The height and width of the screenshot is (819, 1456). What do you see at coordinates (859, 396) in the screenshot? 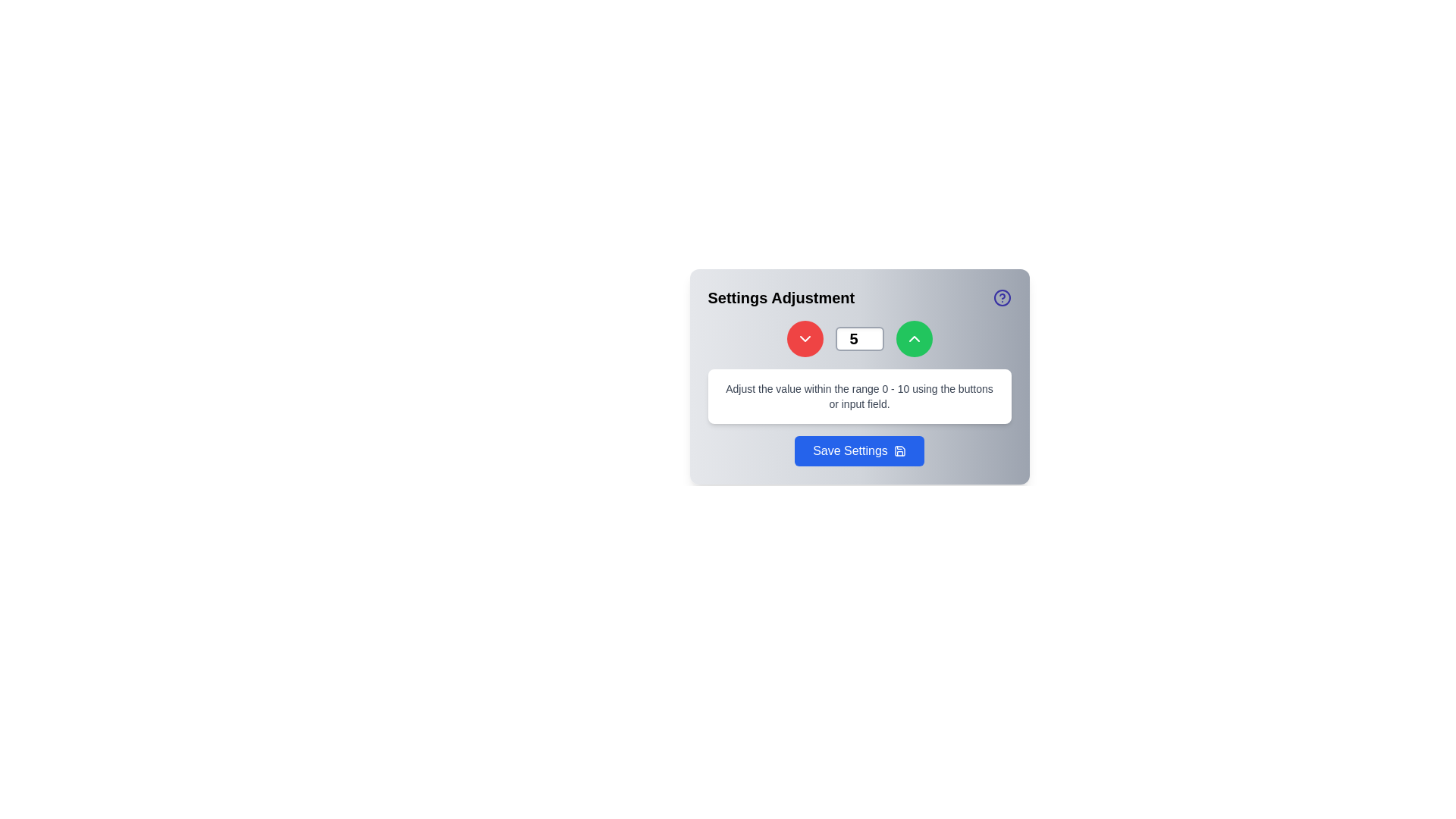
I see `the text block that reads, 'Adjust the value within the range 0 - 10 using the buttons or input field.' which is centered below the interactive components and above the 'Save Settings' button` at bounding box center [859, 396].